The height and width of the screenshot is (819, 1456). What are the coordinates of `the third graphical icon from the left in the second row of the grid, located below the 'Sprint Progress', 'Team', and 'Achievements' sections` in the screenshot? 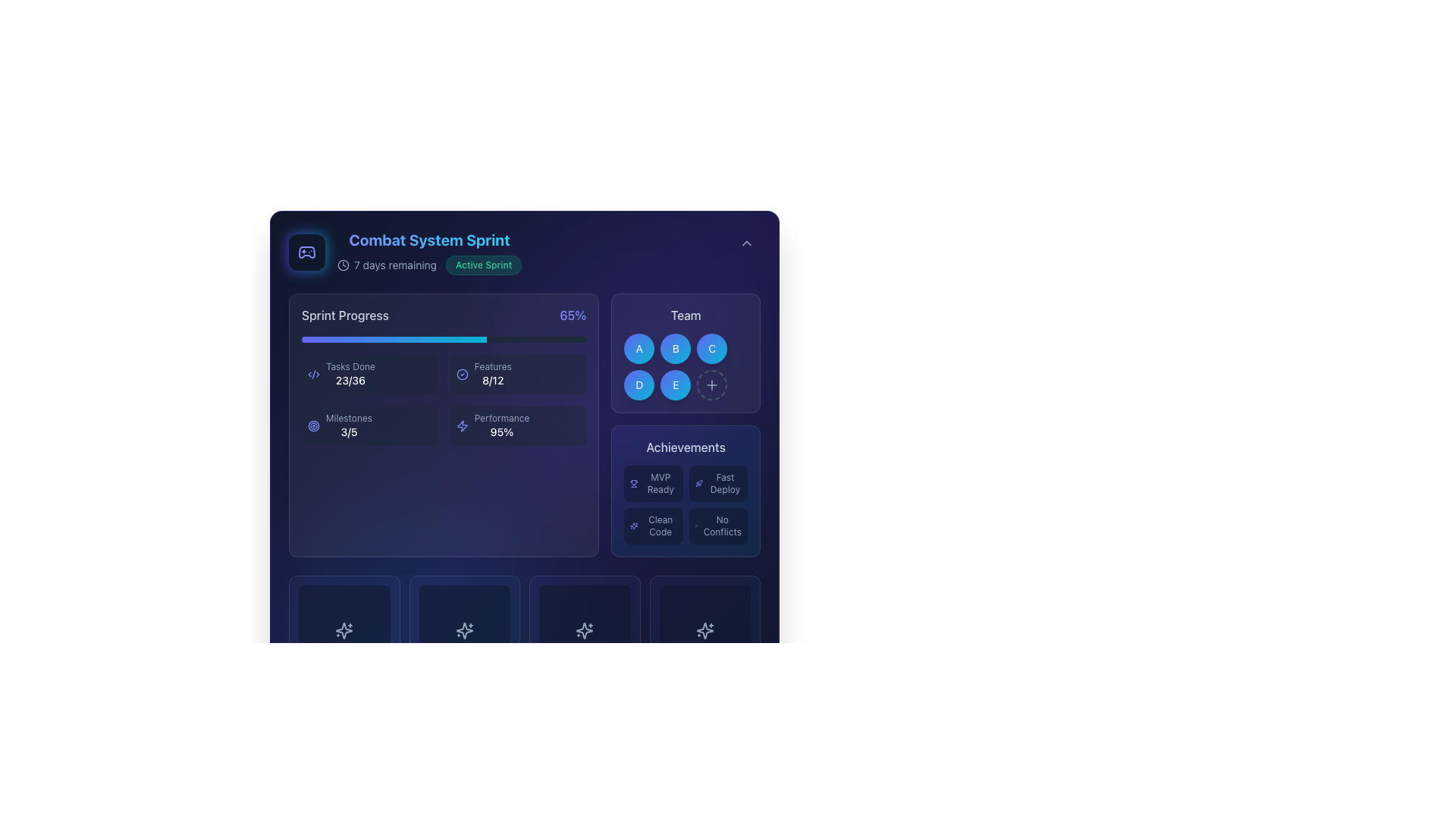 It's located at (584, 631).